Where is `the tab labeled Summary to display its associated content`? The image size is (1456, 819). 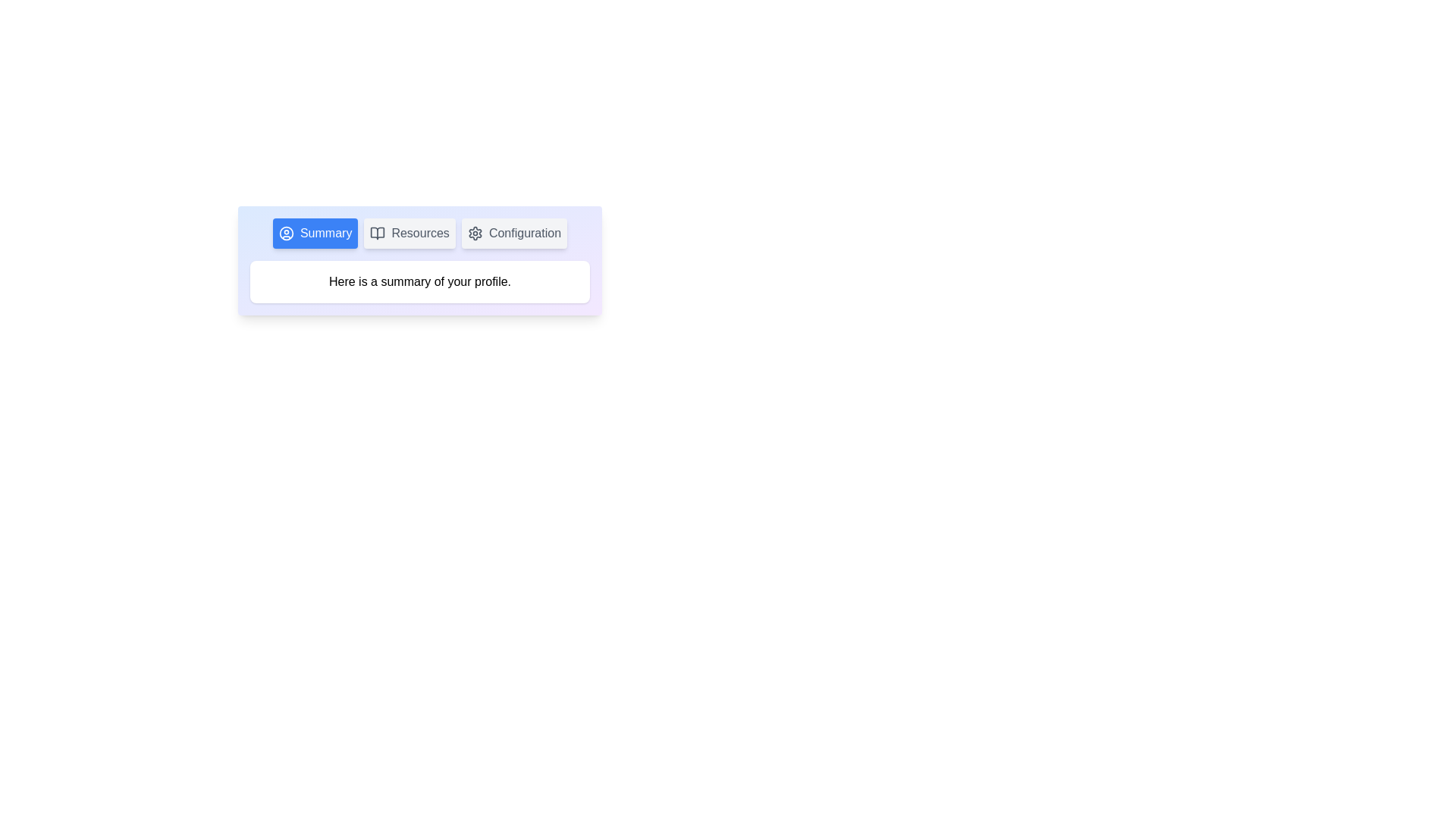 the tab labeled Summary to display its associated content is located at coordinates (315, 234).